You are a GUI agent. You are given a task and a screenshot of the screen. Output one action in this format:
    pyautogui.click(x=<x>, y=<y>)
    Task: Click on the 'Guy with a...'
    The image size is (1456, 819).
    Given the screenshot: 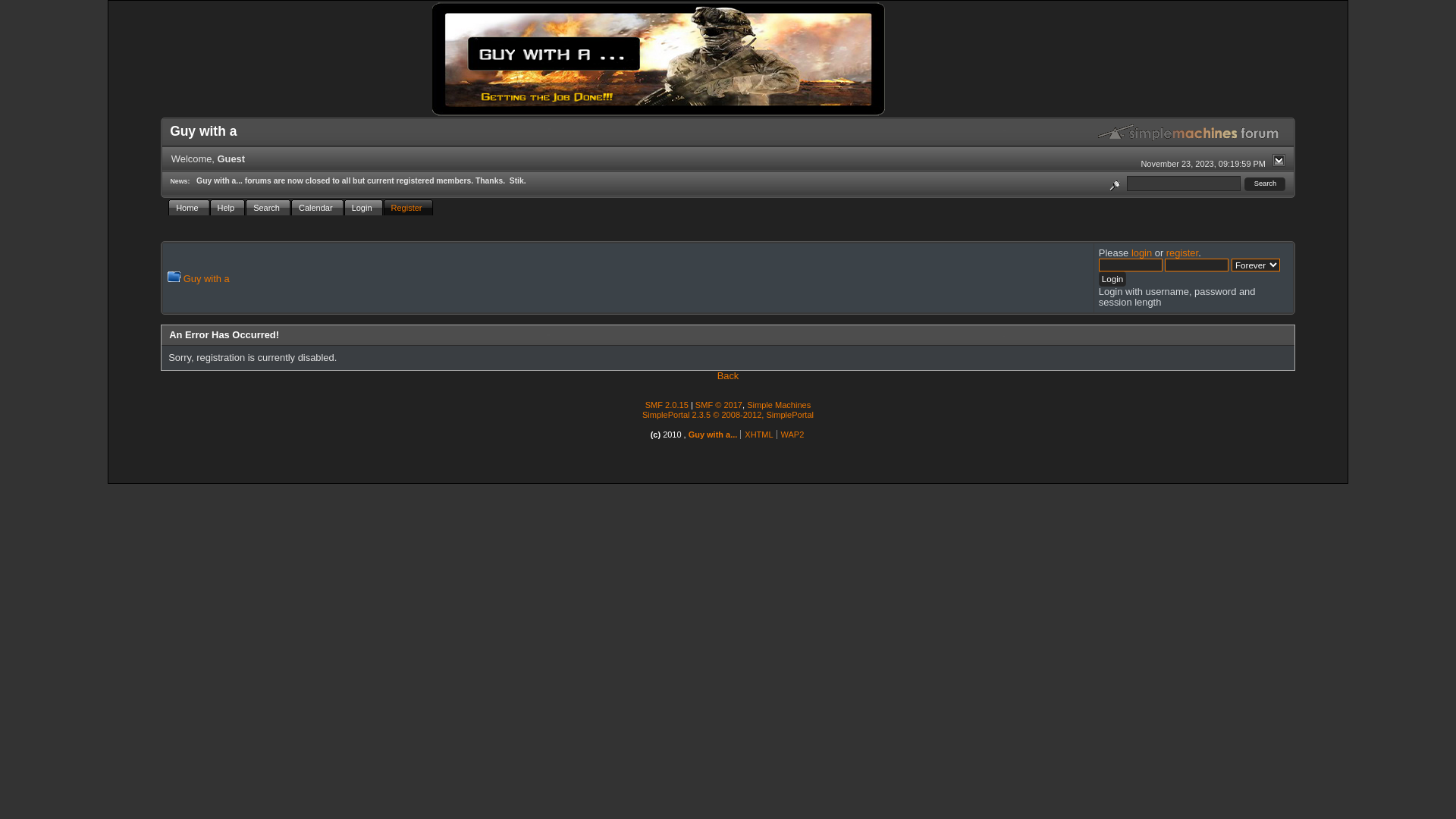 What is the action you would take?
    pyautogui.click(x=712, y=435)
    